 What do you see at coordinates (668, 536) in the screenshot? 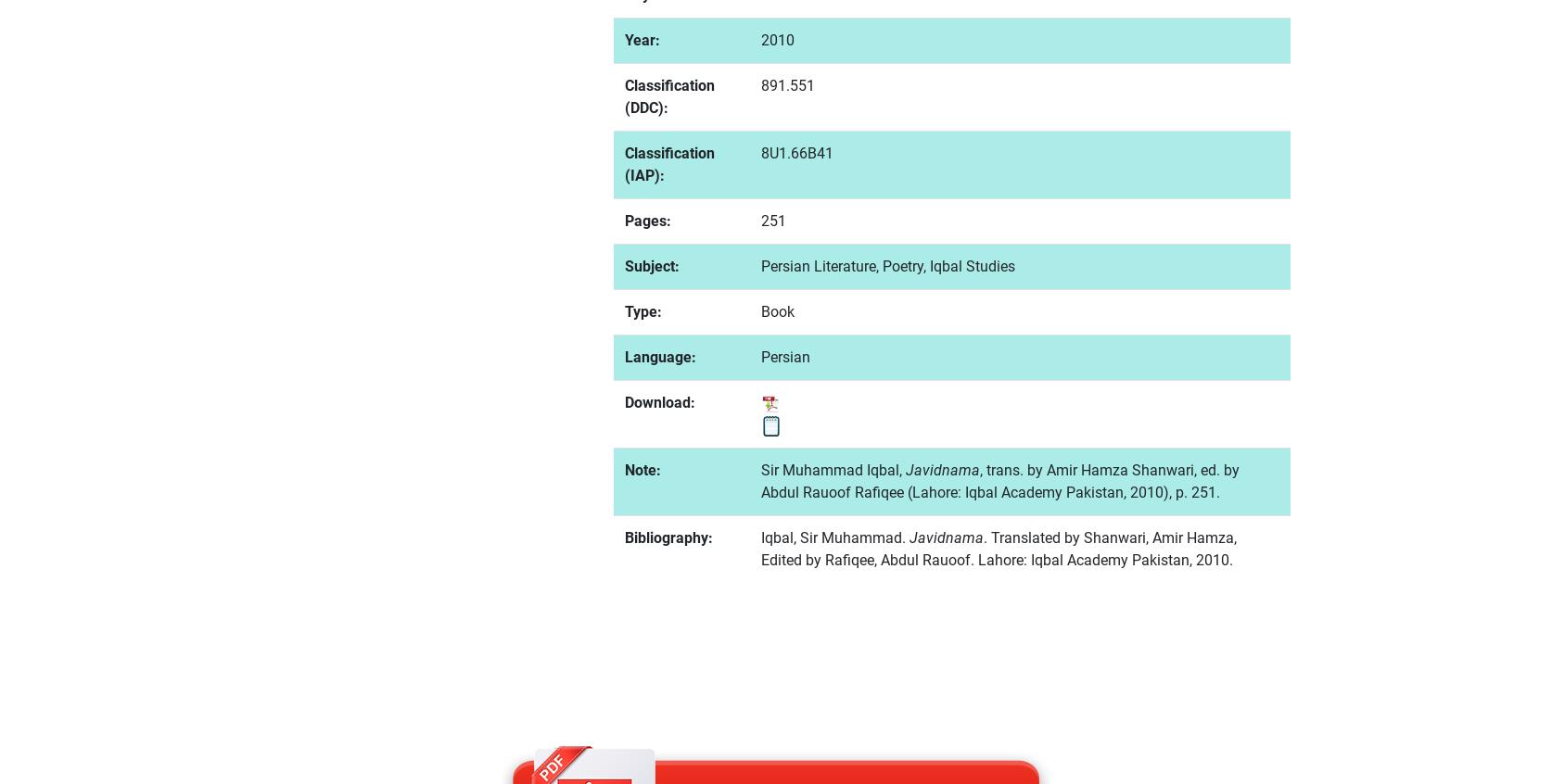
I see `'Bibliography:'` at bounding box center [668, 536].